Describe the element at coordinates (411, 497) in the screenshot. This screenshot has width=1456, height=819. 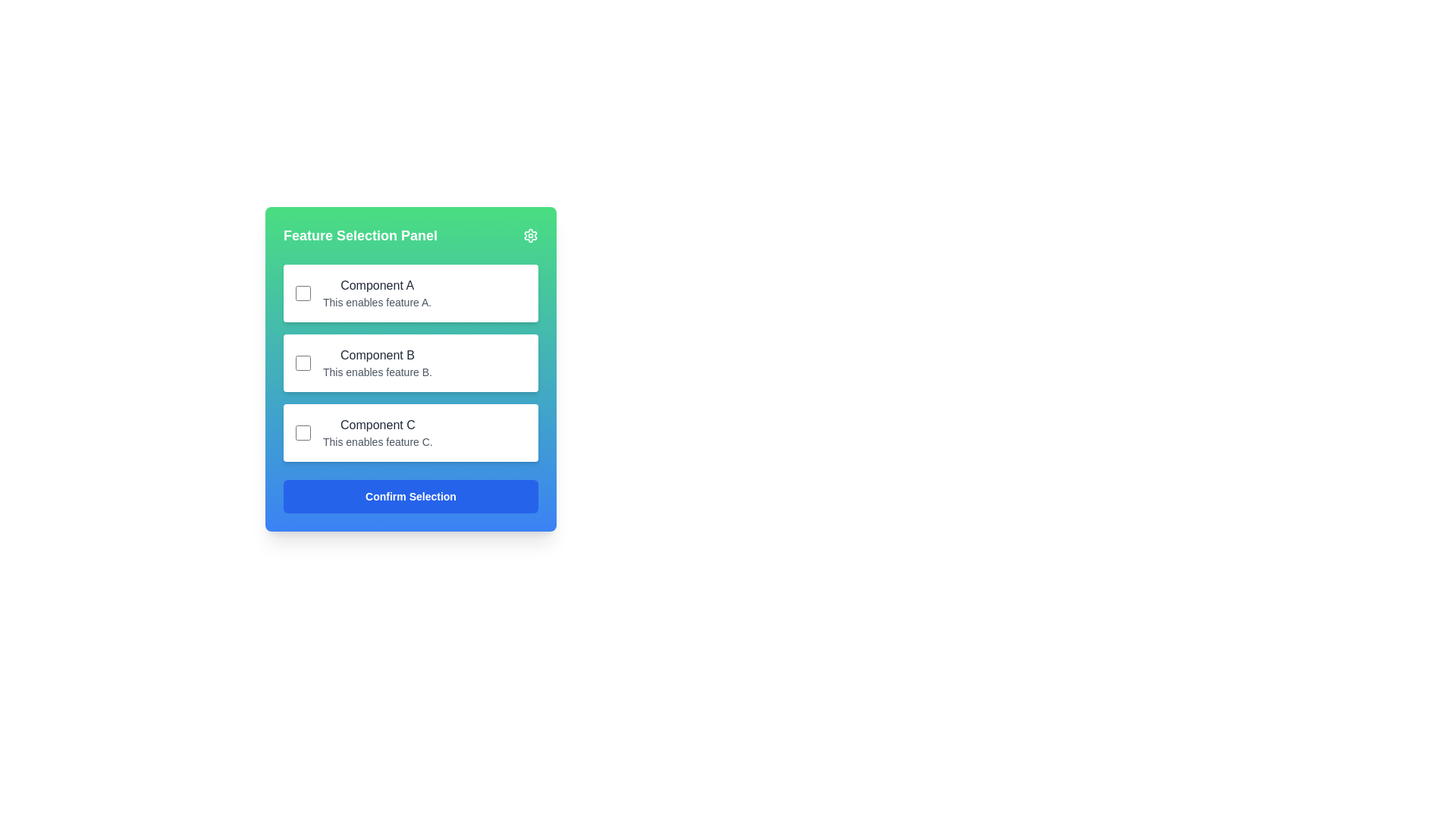
I see `the 'Confirm Selection' button` at that location.